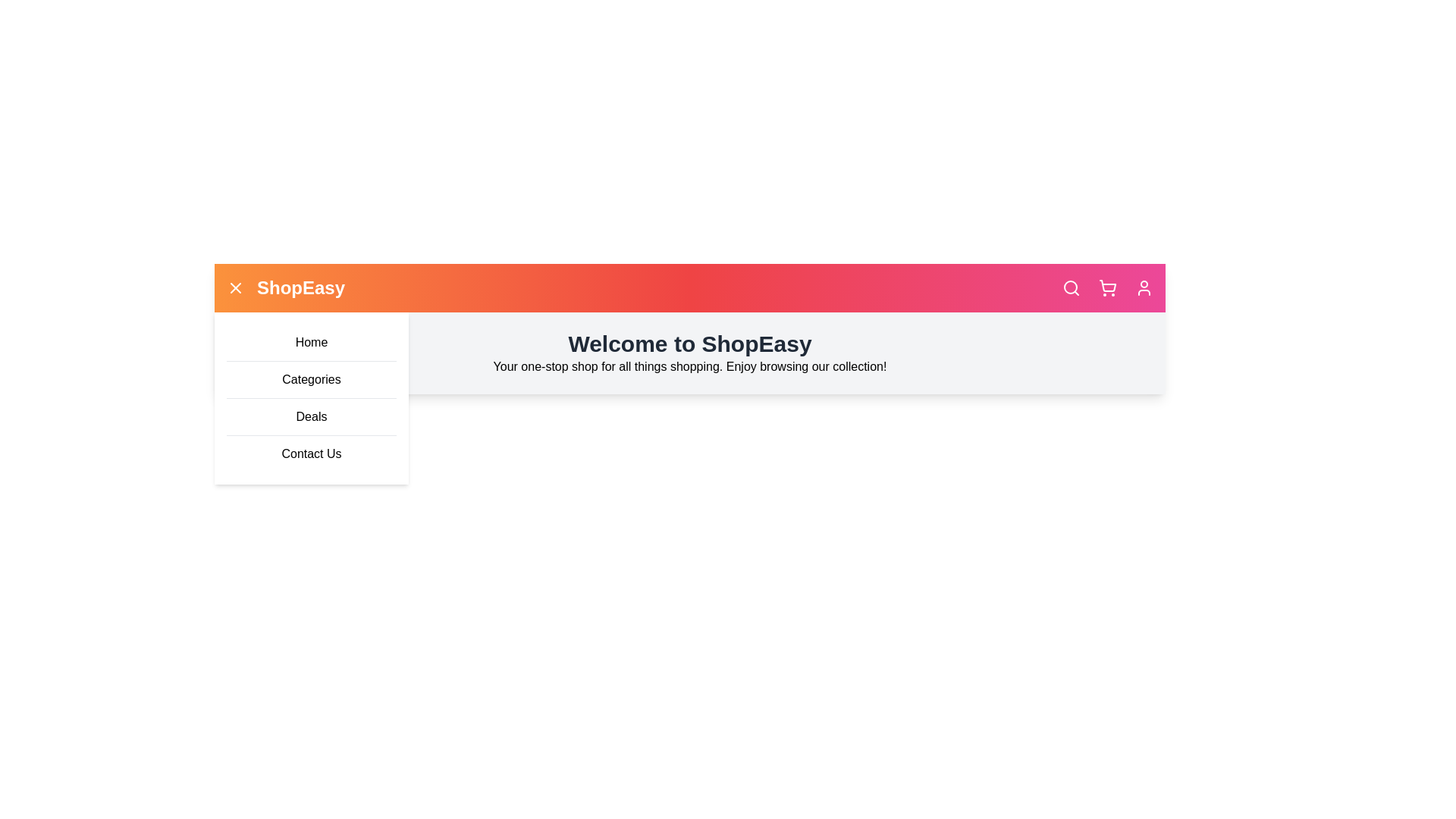  Describe the element at coordinates (1070, 288) in the screenshot. I see `the search button located on the navigation bar in the top right corner of the webpage, which is the first icon from the left among three icons` at that location.